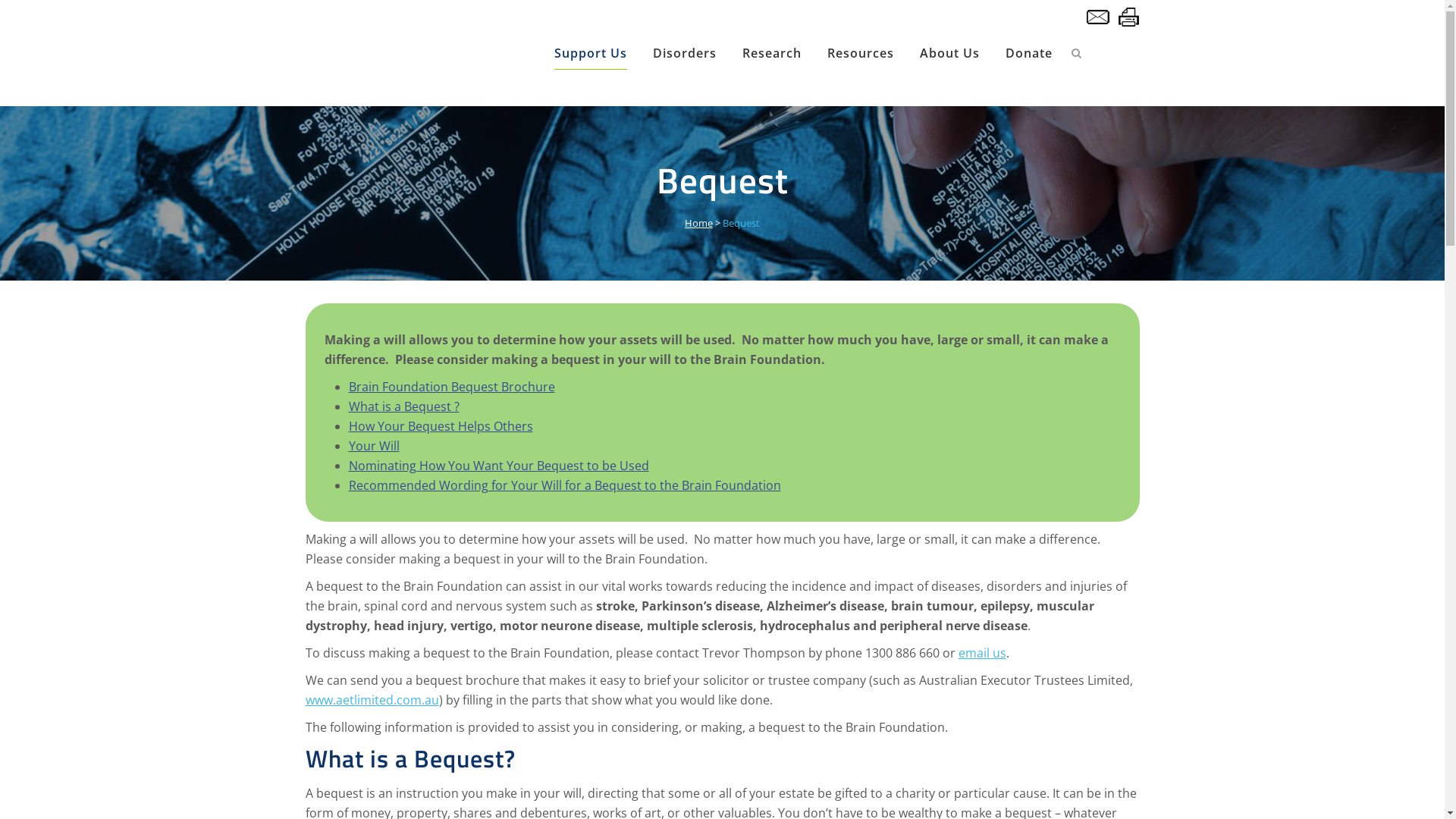 The image size is (1456, 819). I want to click on 'Your Will', so click(348, 444).